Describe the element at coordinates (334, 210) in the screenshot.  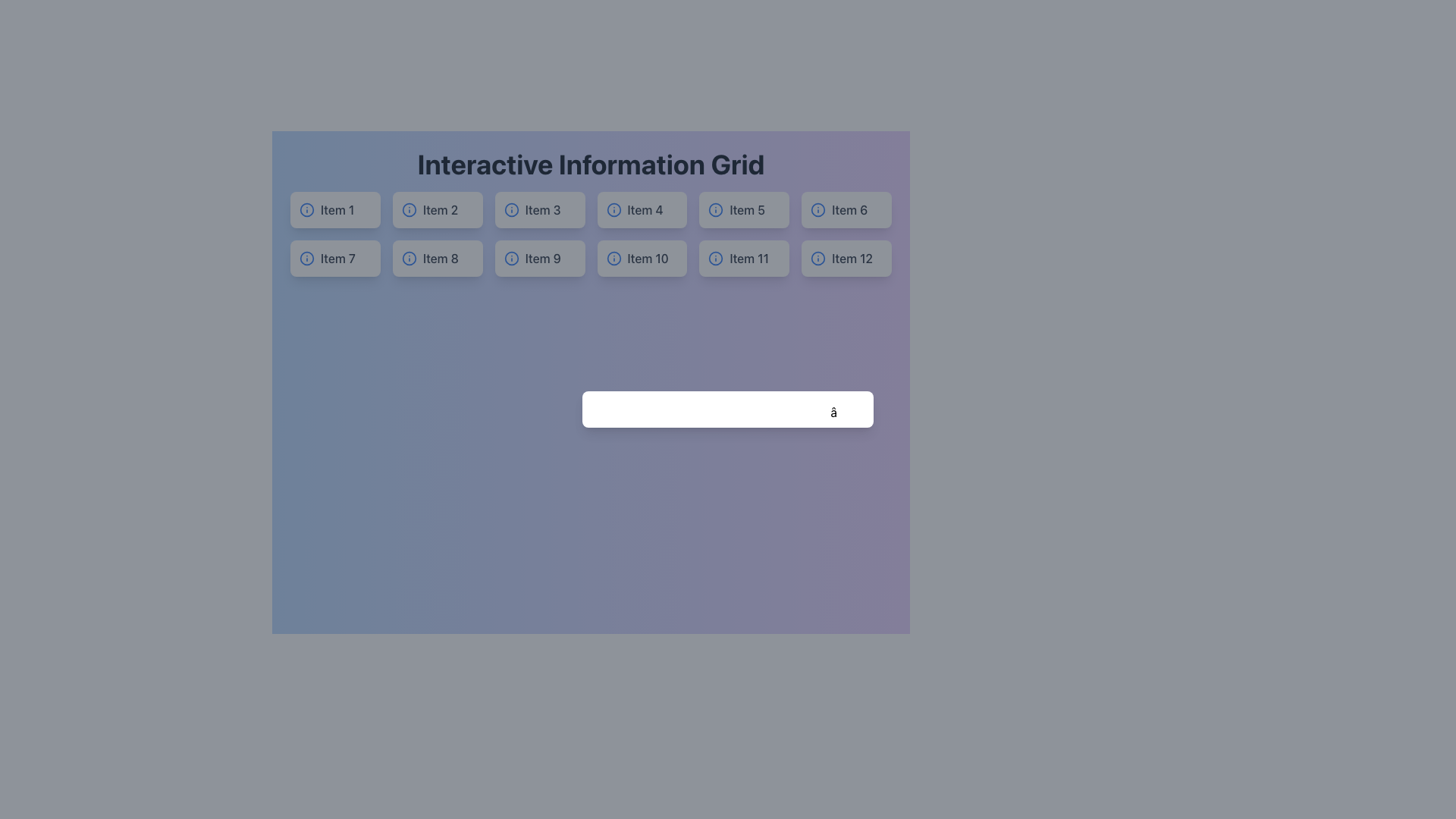
I see `the blue circular icon containing the information symbol adjacent to the text 'Item 1'` at that location.